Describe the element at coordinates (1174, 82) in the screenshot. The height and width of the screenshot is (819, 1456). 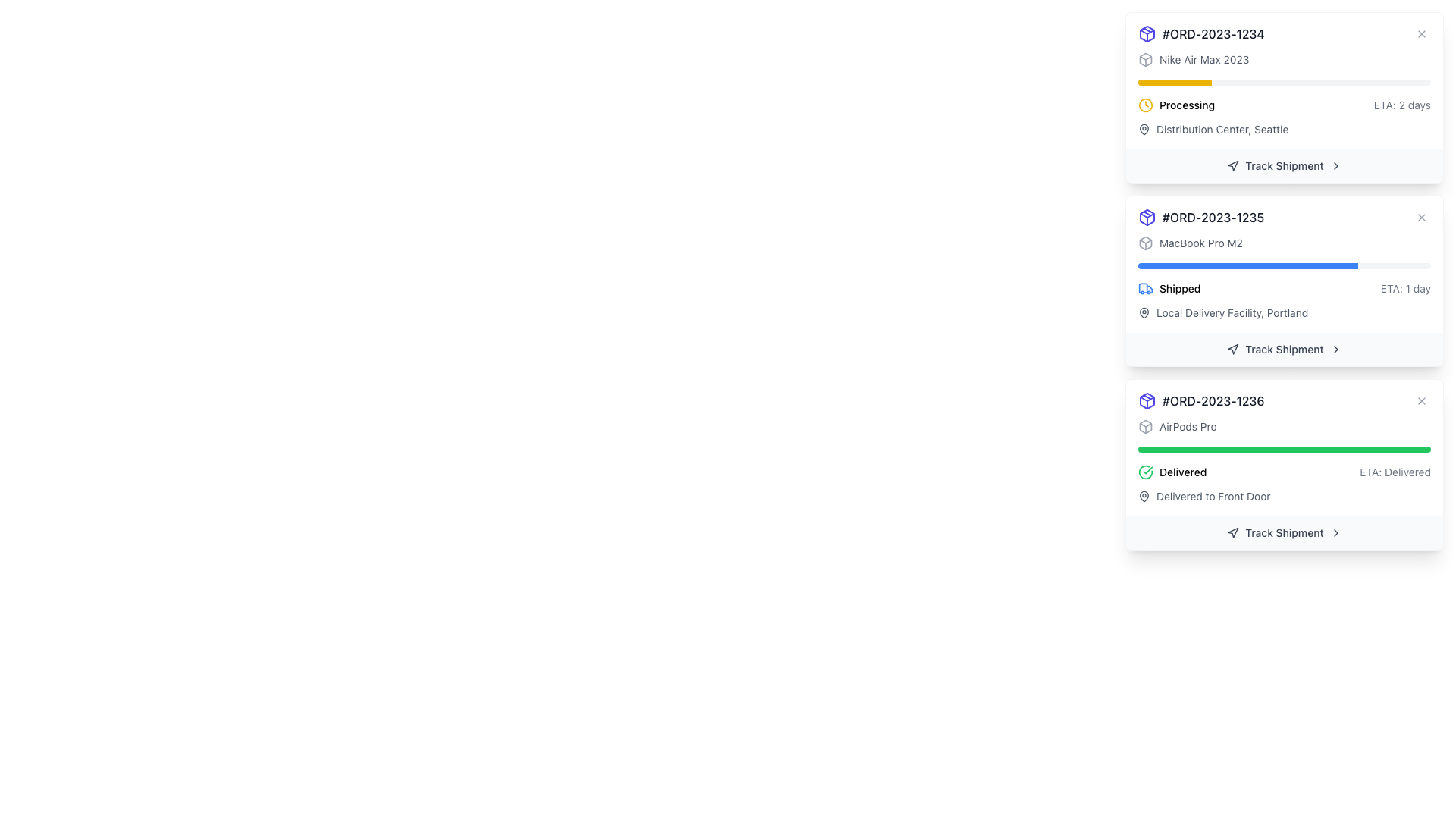
I see `the progress indicator of the progress bar that is filled with a bright yellow color, indicating one-fourth completion, located above the 'Processing' text in the order details card for '#ORD-2023-1234'` at that location.